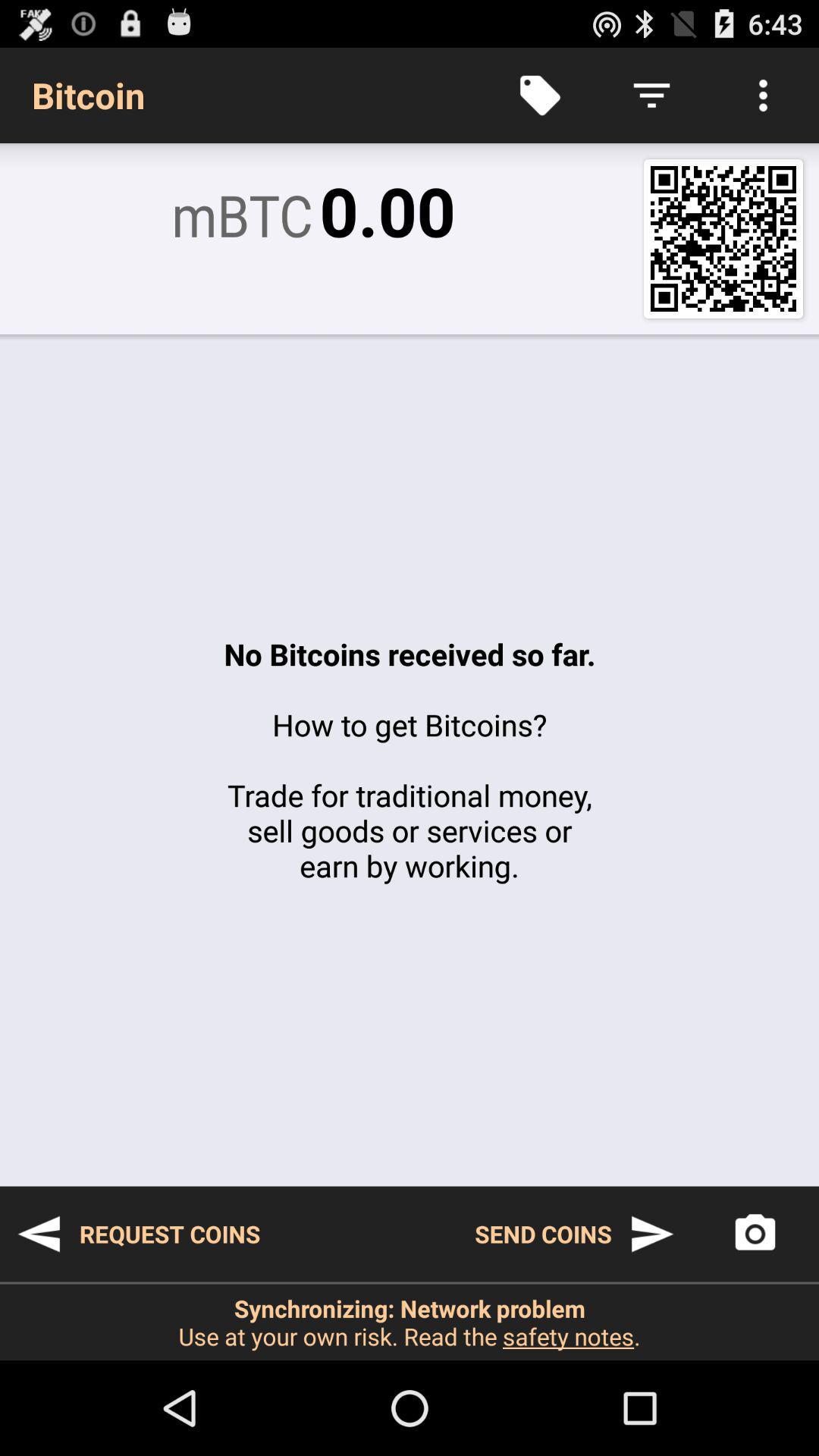 This screenshot has height=1456, width=819. I want to click on send coins, so click(575, 1234).